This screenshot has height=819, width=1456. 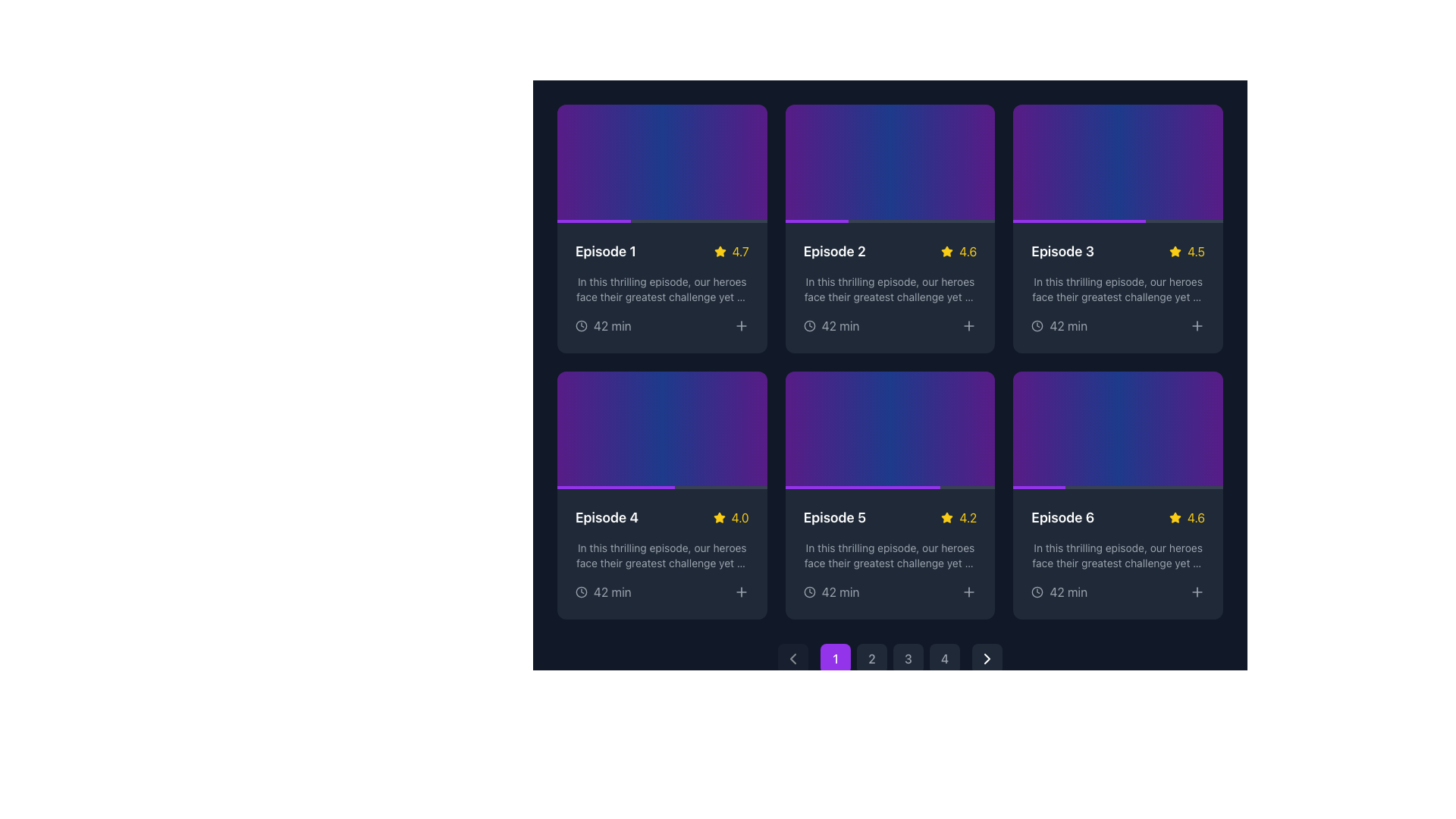 I want to click on the progress bar located in the lower portion of the 'Episode 3' card, which serves as a visual progress indicator, so click(x=1078, y=221).